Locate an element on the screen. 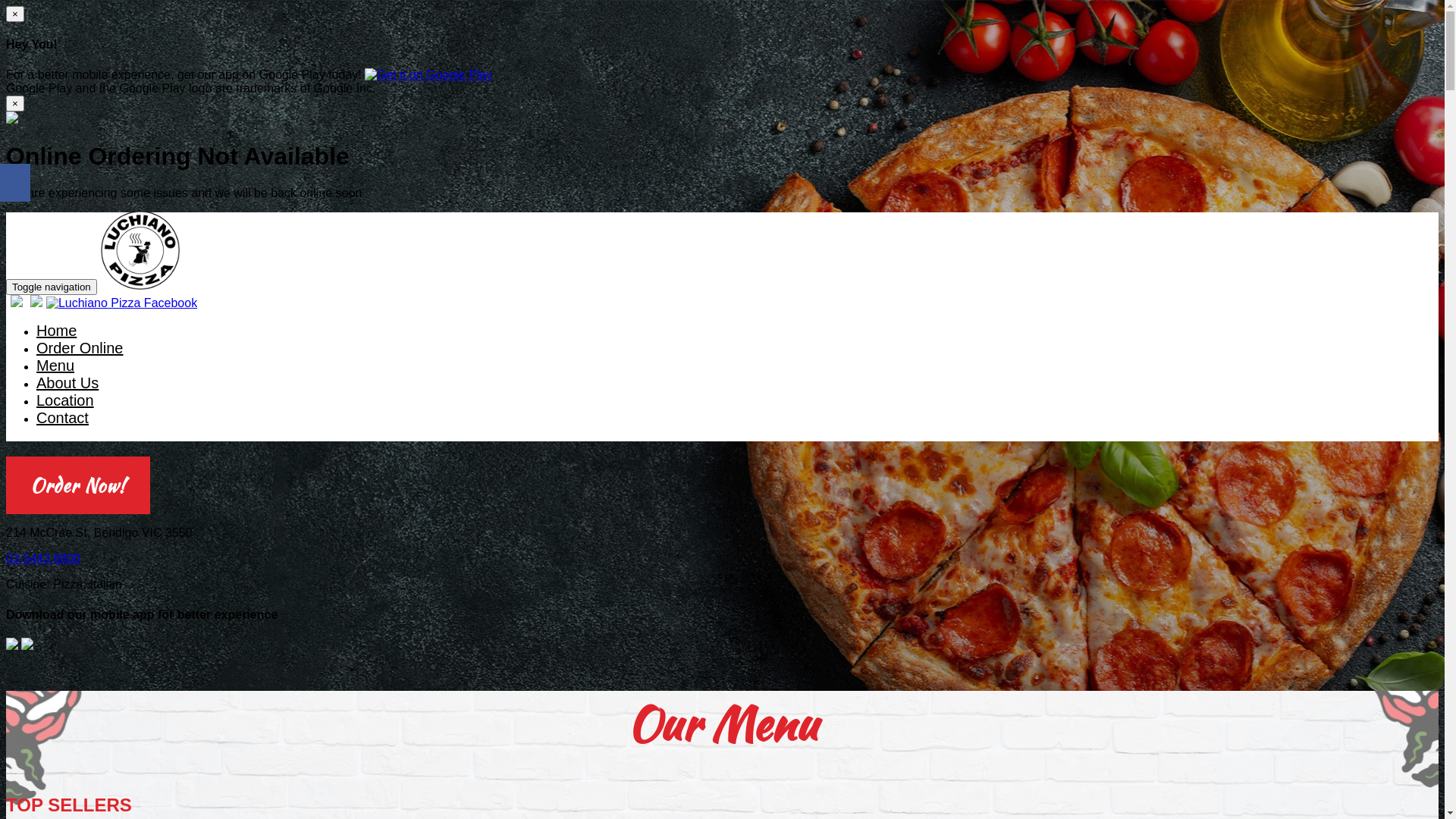 The image size is (1456, 819). 'Home' is located at coordinates (36, 331).